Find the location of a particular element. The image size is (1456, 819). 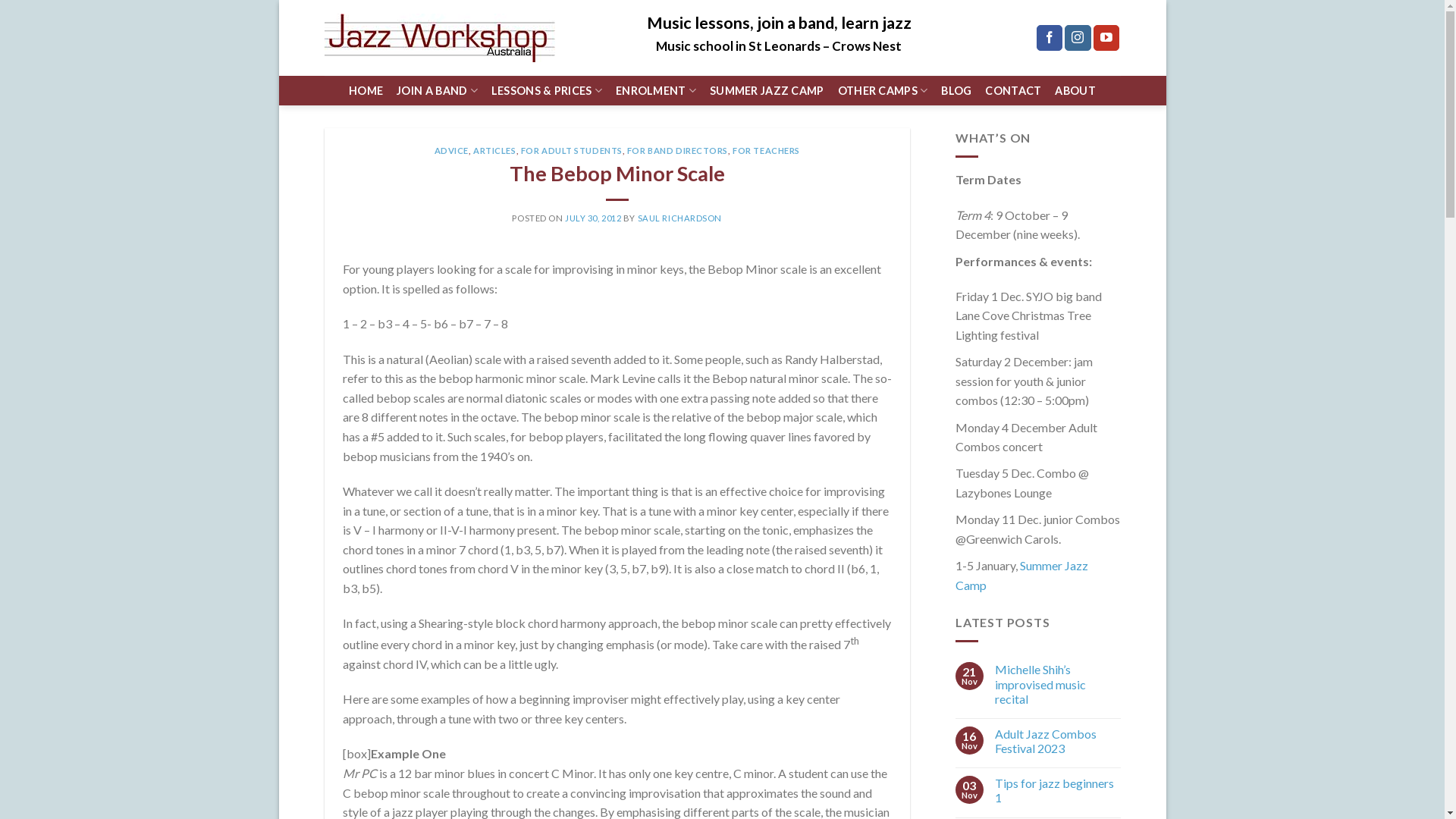

'ADVICE' is located at coordinates (450, 150).